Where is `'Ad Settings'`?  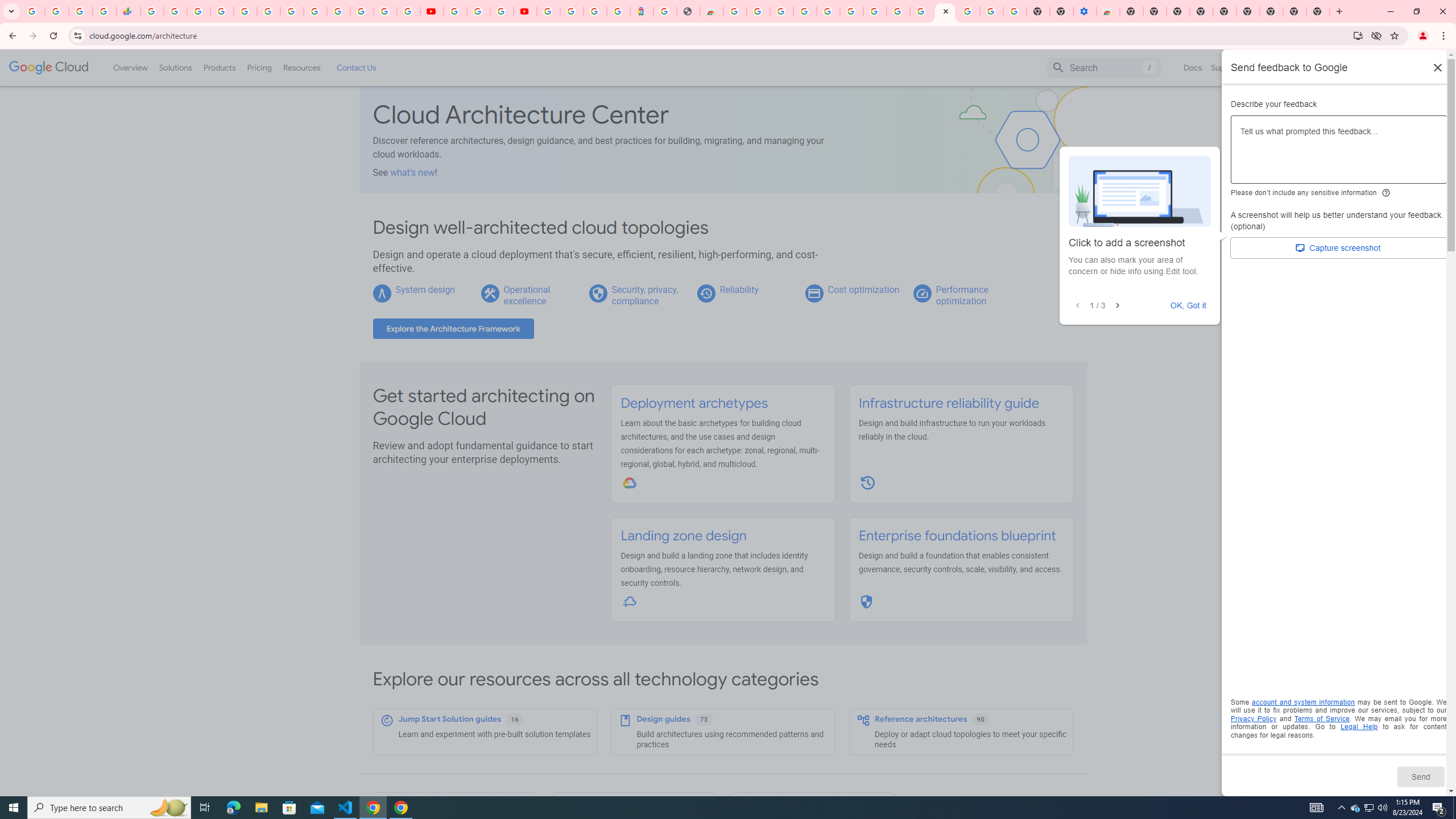 'Ad Settings' is located at coordinates (804, 11).